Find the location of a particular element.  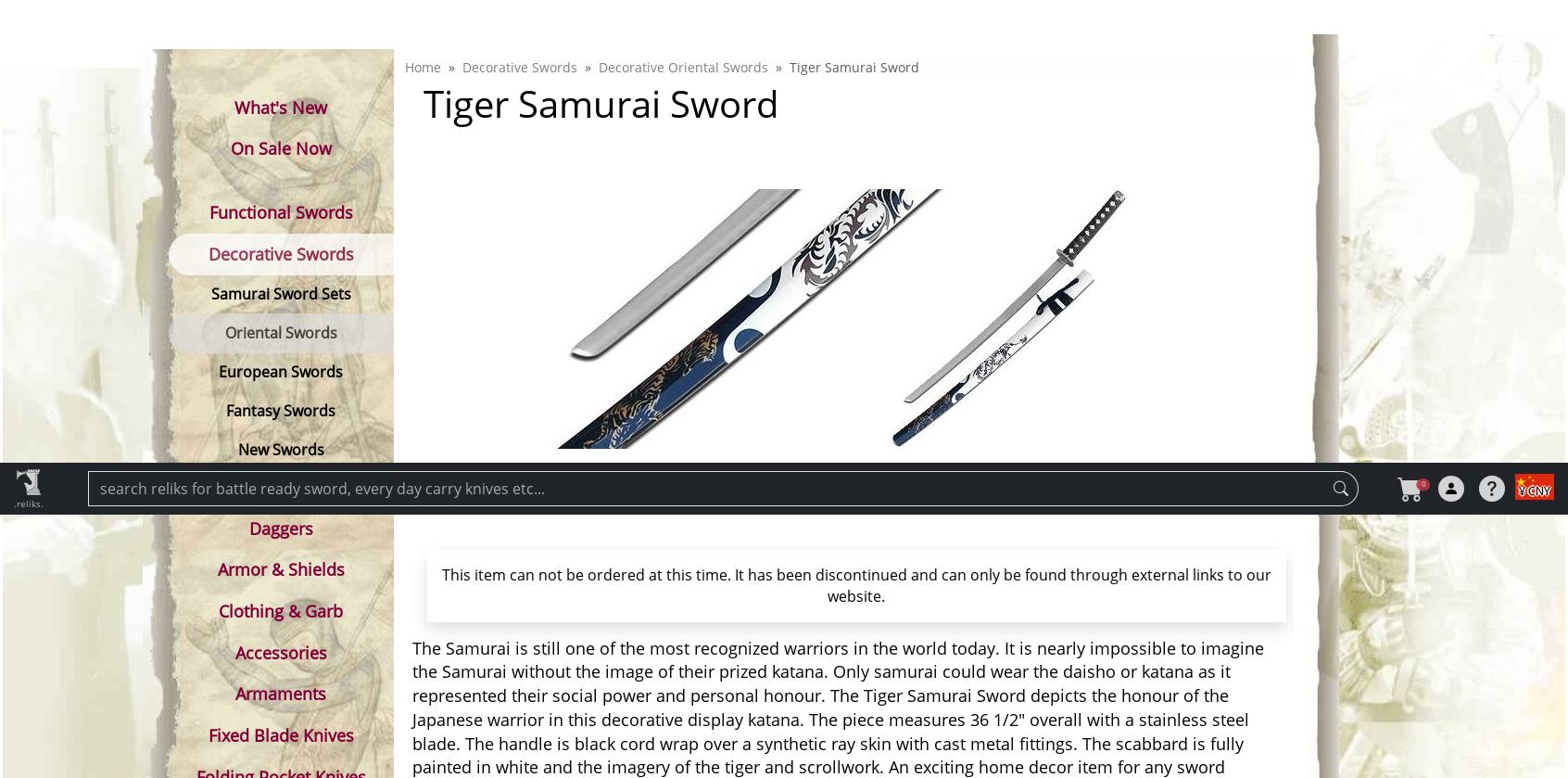

'6431' is located at coordinates (913, 643).